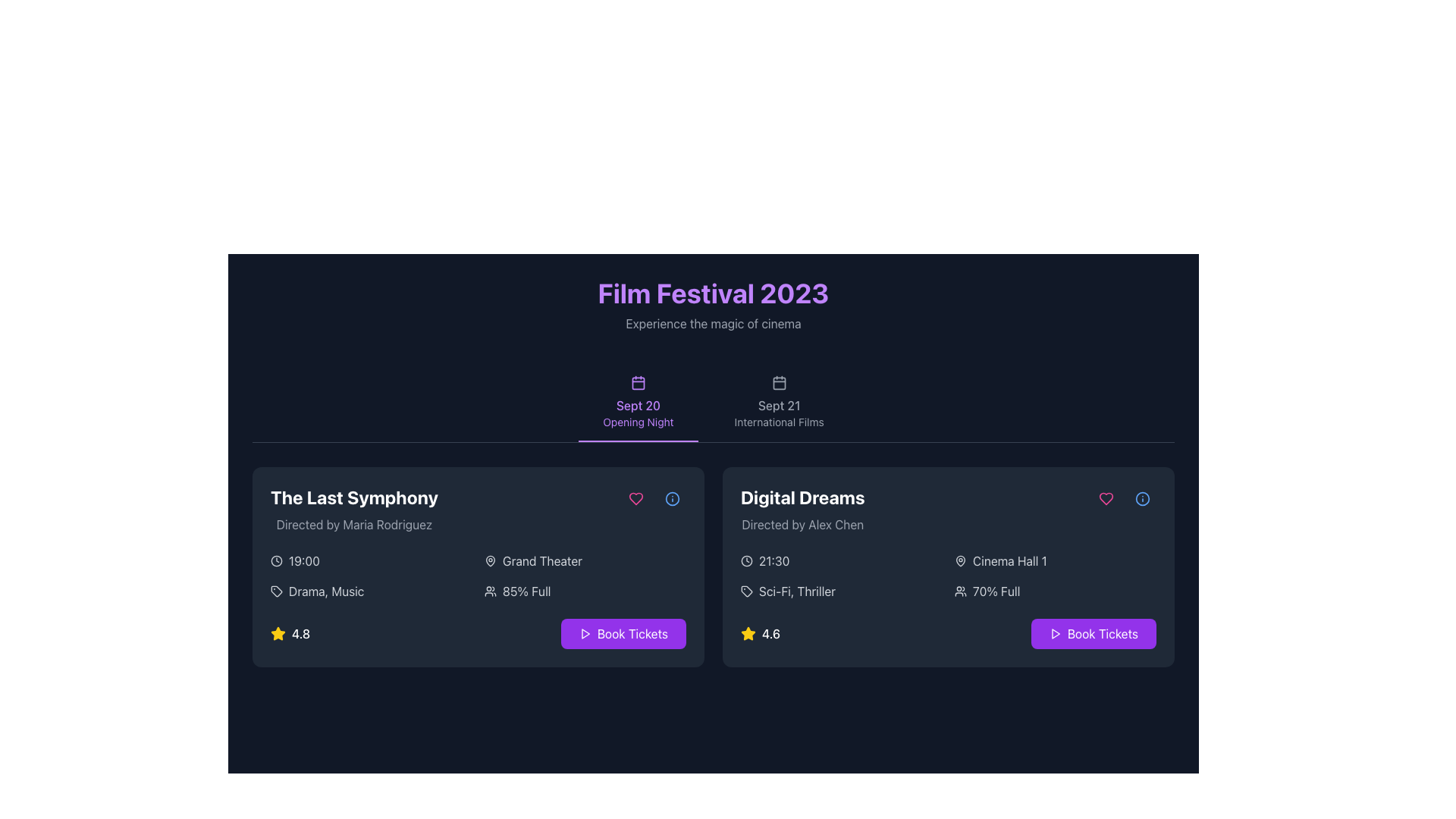  Describe the element at coordinates (276, 590) in the screenshot. I see `the tag icon located at the top right corner of the 'Digital Dreams' card, which signifies metadata or additional information` at that location.